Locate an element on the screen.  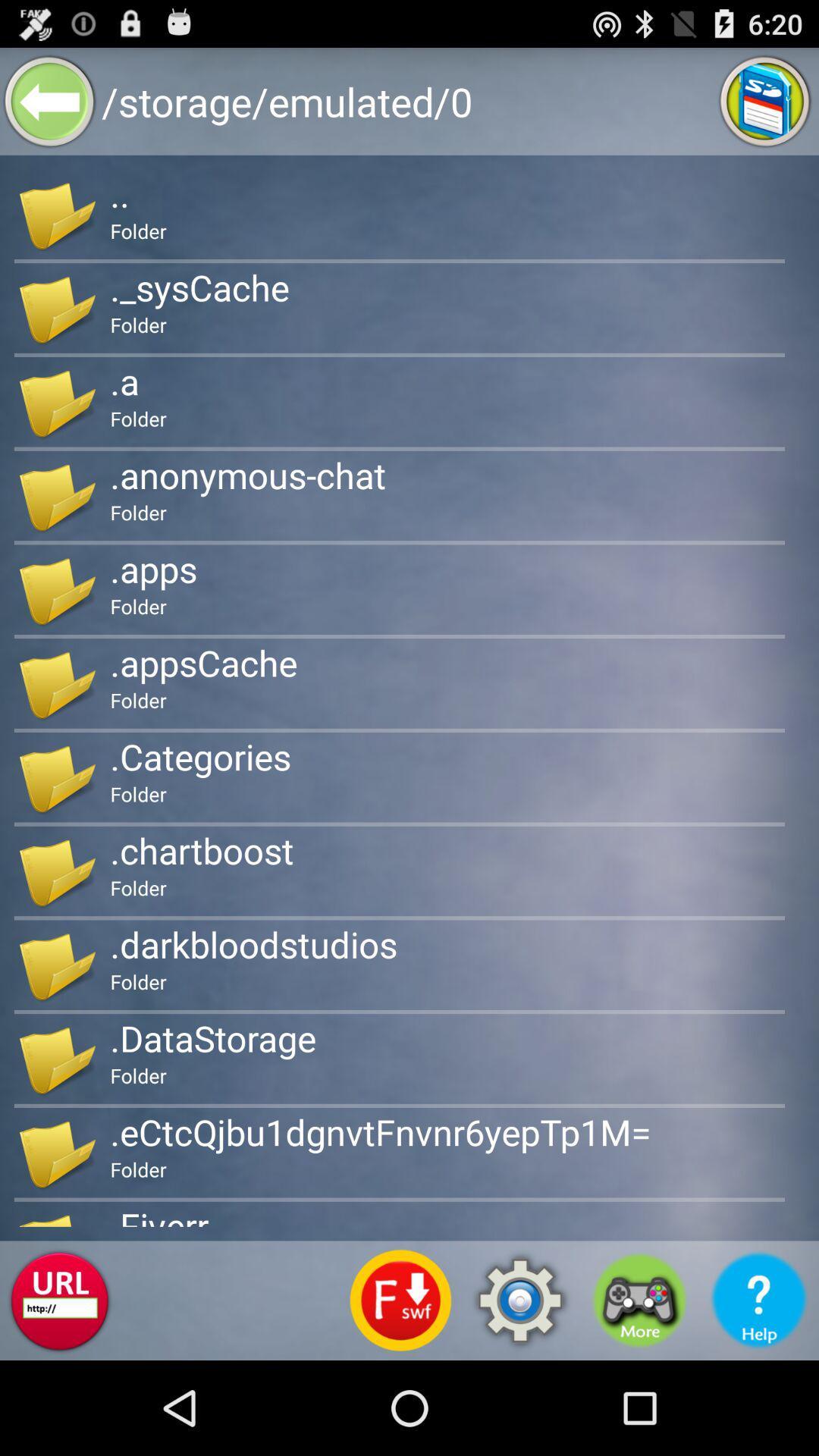
settings is located at coordinates (519, 1300).